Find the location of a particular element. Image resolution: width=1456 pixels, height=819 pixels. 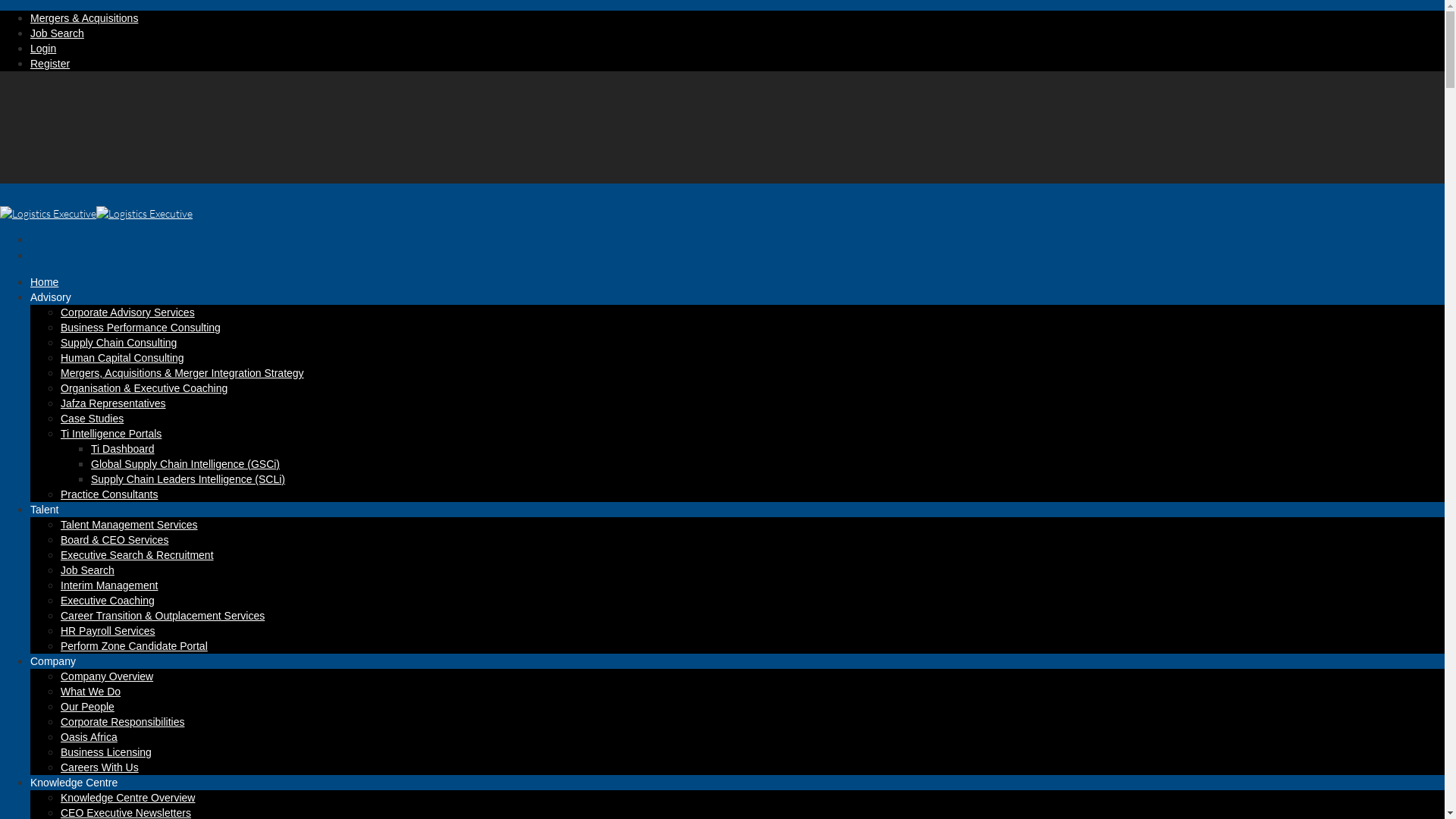

'What We Do' is located at coordinates (89, 691).